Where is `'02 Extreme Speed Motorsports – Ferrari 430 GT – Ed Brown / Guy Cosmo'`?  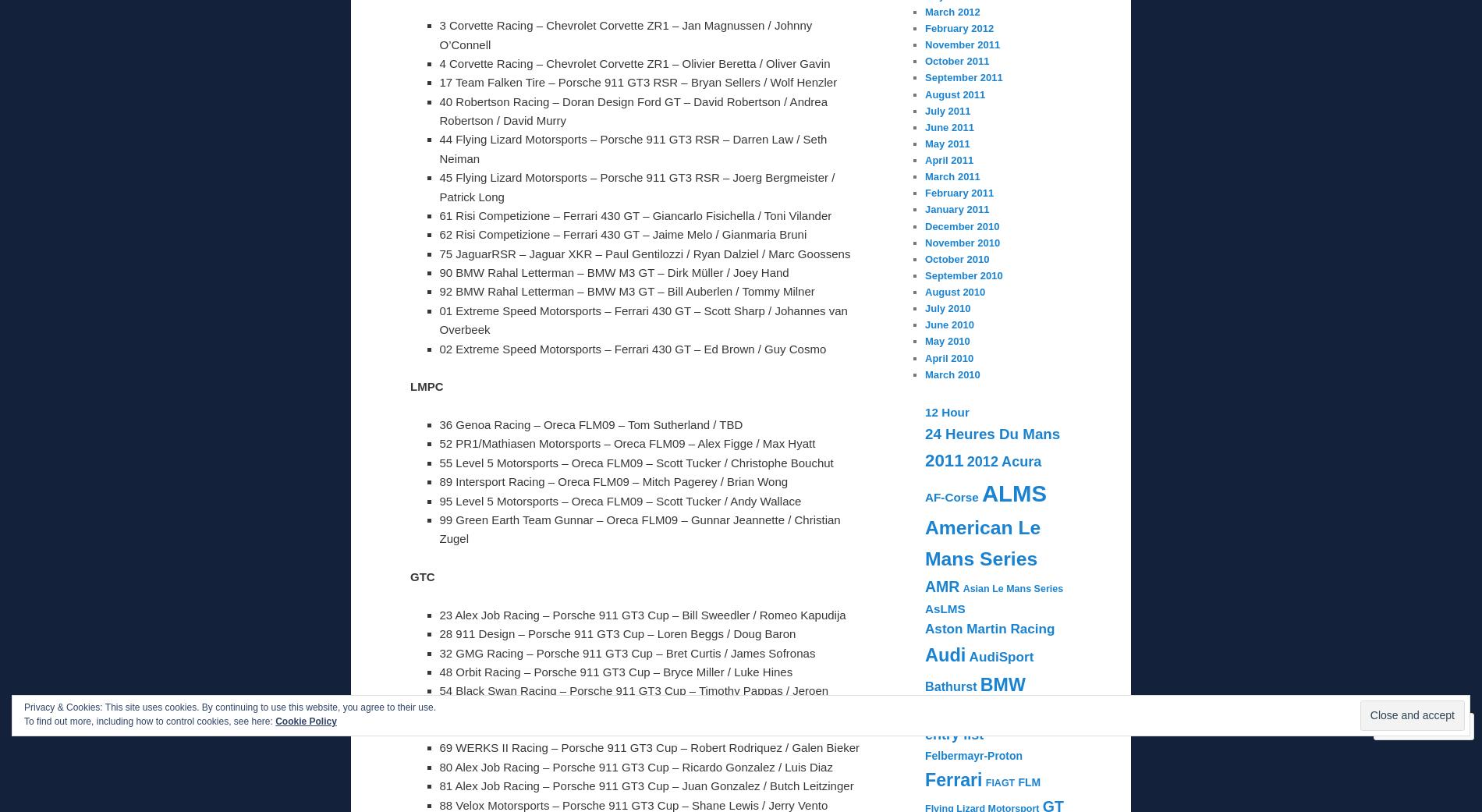
'02 Extreme Speed Motorsports – Ferrari 430 GT – Ed Brown / Guy Cosmo' is located at coordinates (438, 347).